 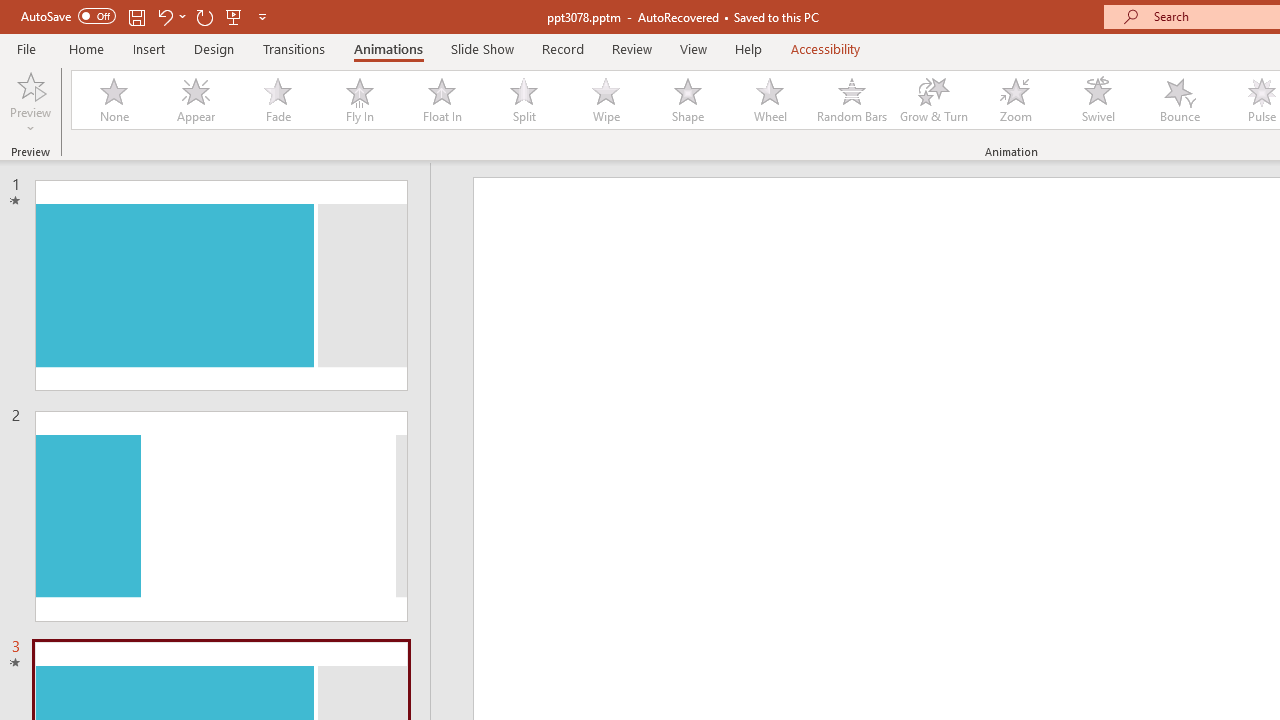 What do you see at coordinates (523, 100) in the screenshot?
I see `'Split'` at bounding box center [523, 100].